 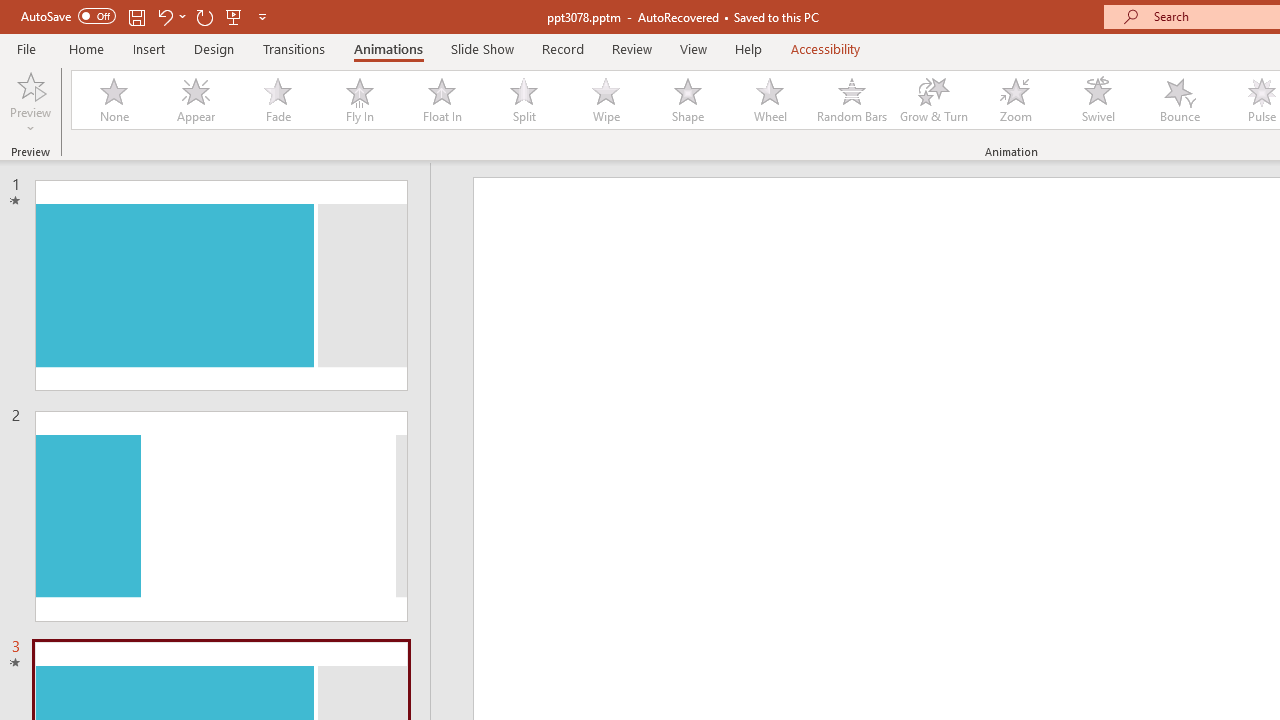 What do you see at coordinates (523, 100) in the screenshot?
I see `'Split'` at bounding box center [523, 100].